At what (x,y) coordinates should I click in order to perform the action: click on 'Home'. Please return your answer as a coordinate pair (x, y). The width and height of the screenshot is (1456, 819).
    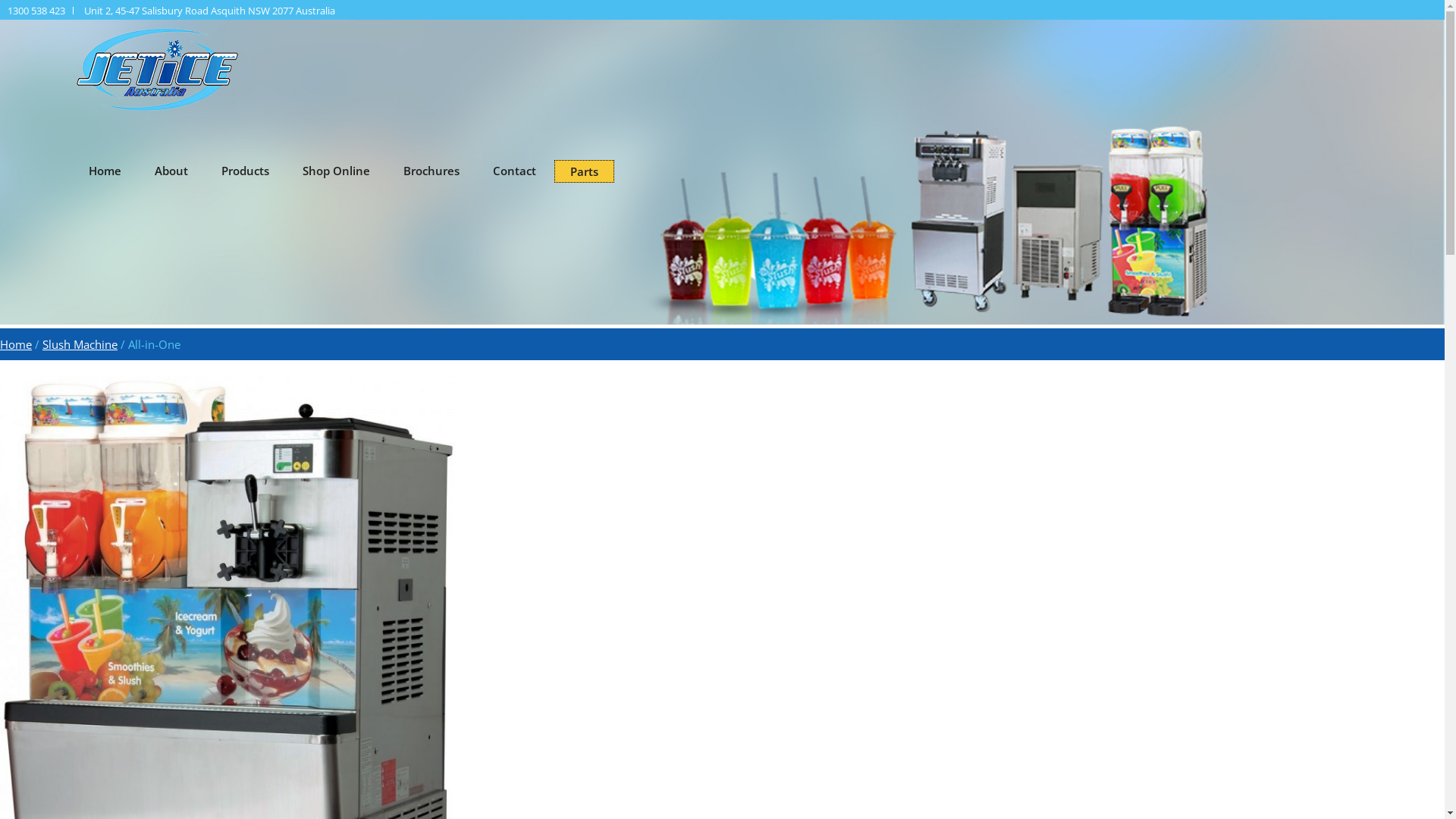
    Looking at the image, I should click on (104, 170).